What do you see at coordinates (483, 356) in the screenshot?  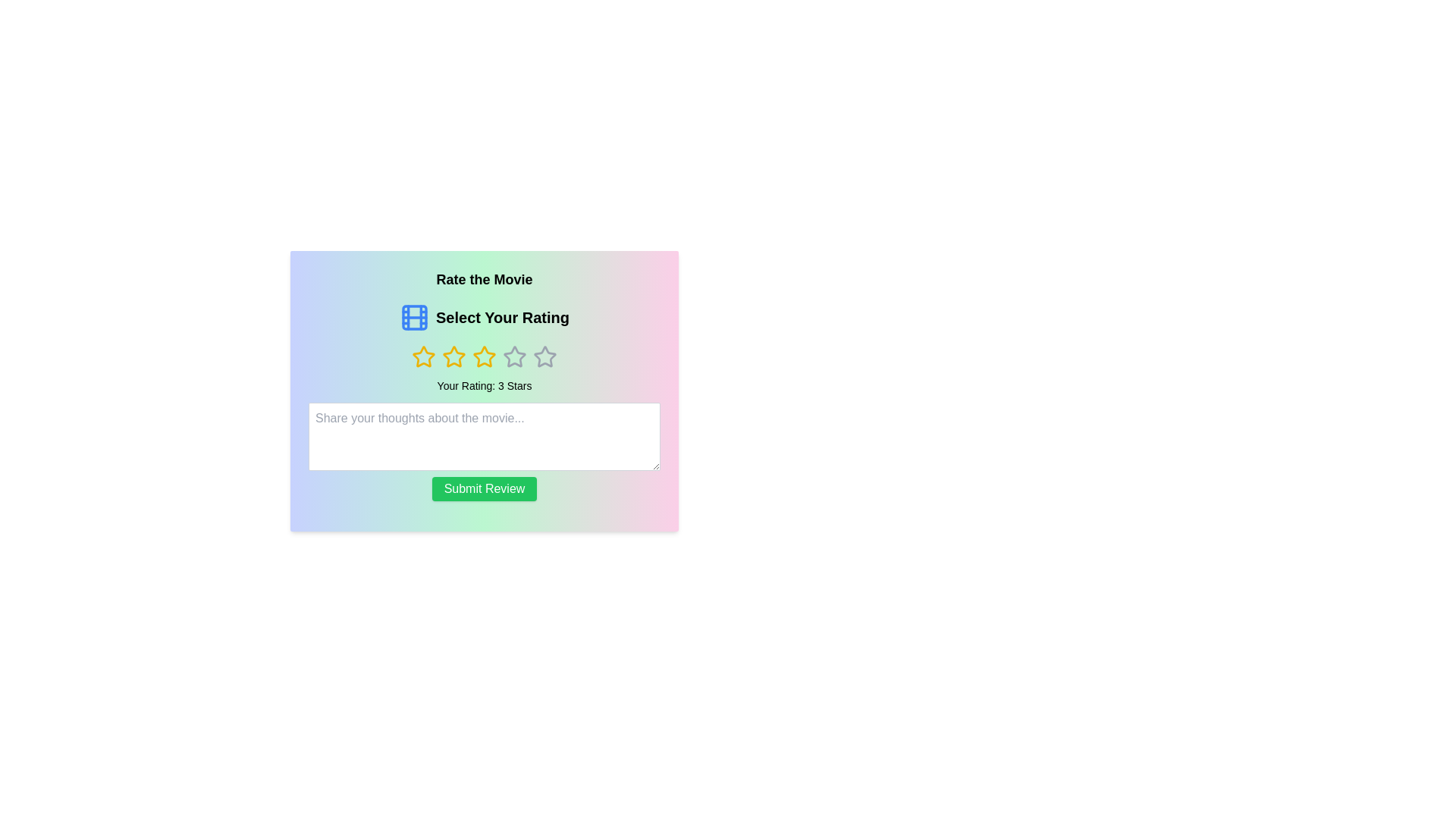 I see `the third star icon in the rating component to select a rating of 3 stars` at bounding box center [483, 356].